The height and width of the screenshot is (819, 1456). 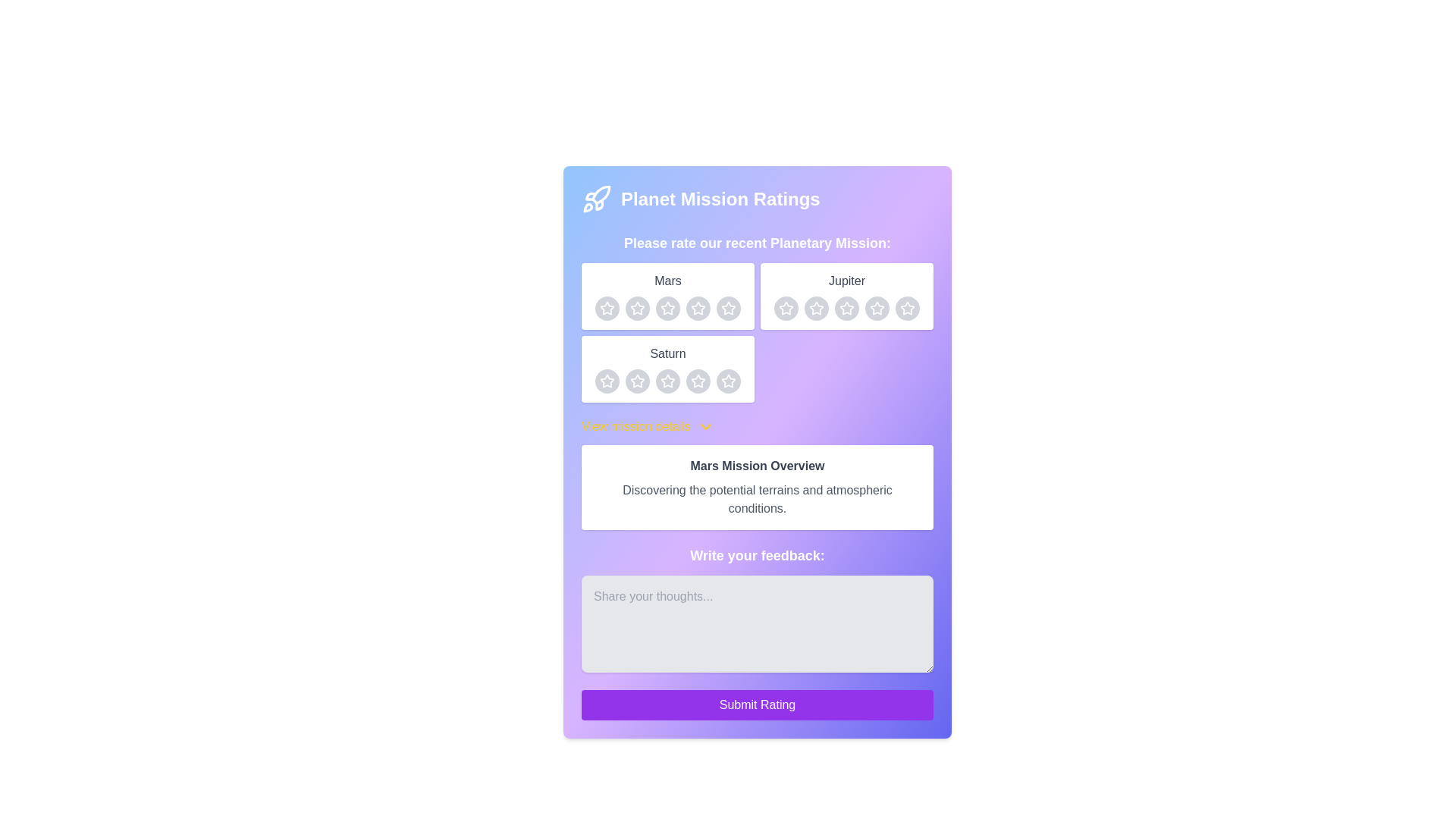 I want to click on the circular button featuring a star icon at its center, which is the third star from the left in the second group of rating stars corresponding to Jupiter, so click(x=846, y=308).